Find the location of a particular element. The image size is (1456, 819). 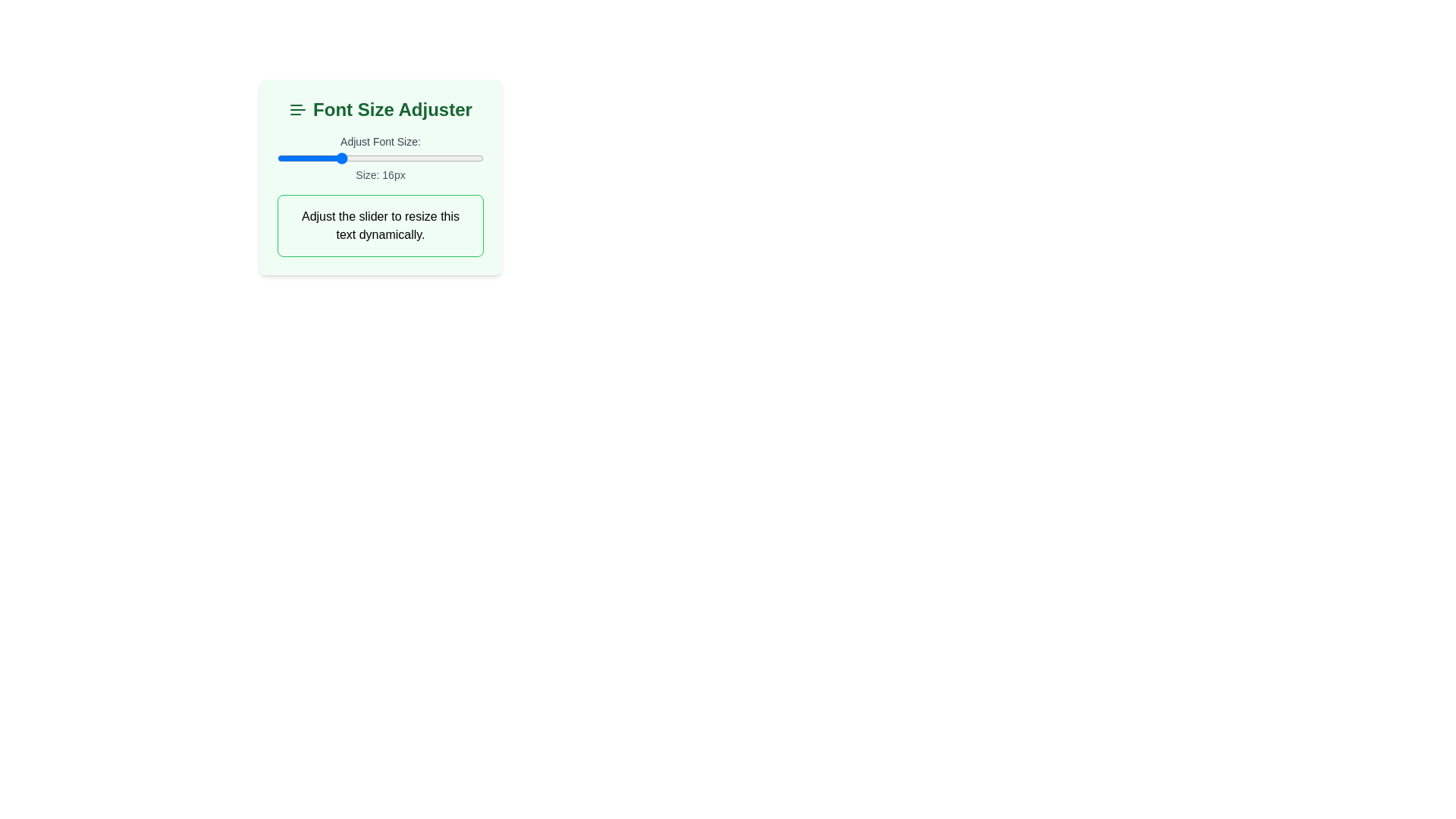

the slider to set the font size to 22 px is located at coordinates (401, 158).